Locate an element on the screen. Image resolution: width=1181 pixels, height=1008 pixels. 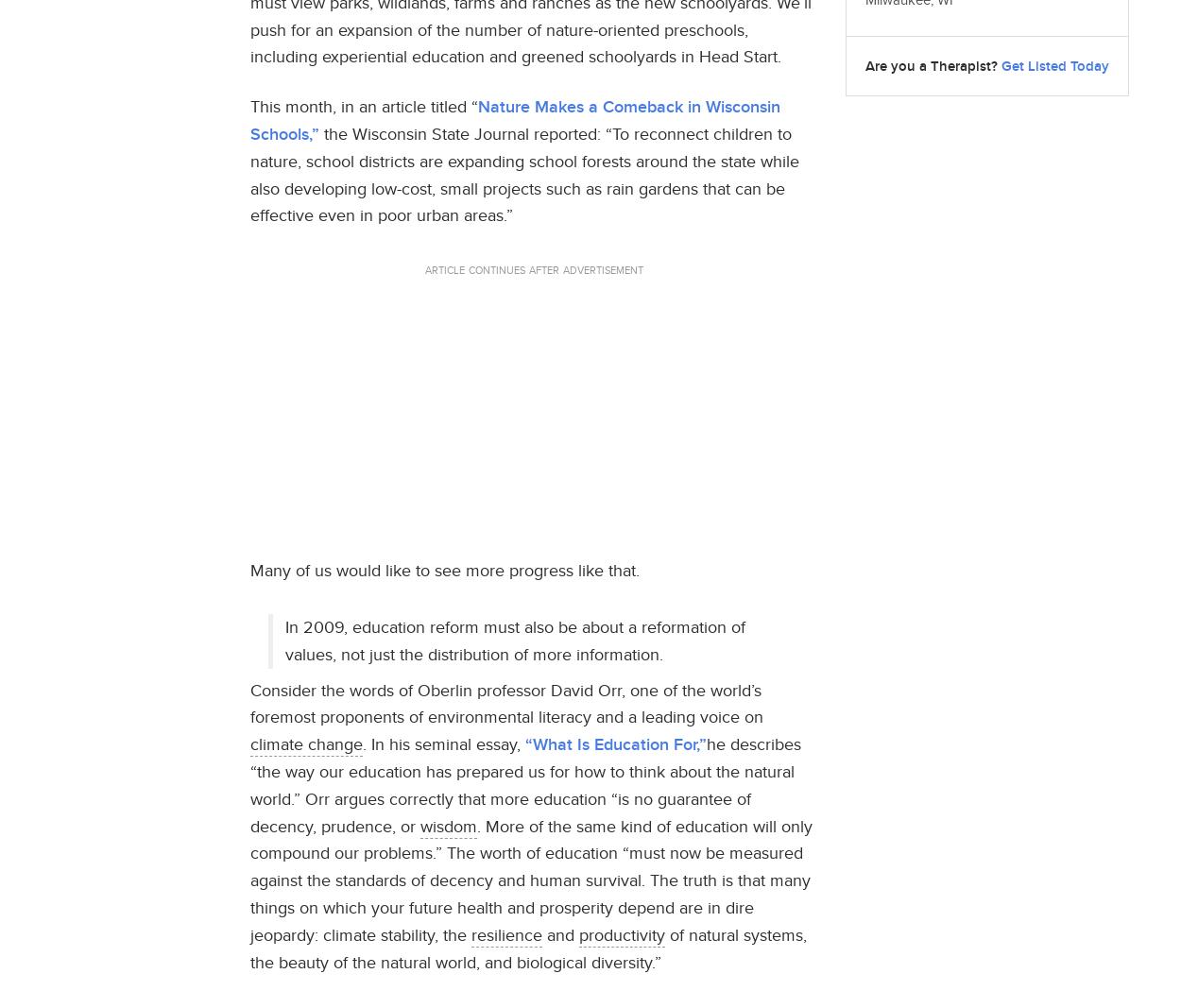
'. In his seminal essay,' is located at coordinates (362, 743).